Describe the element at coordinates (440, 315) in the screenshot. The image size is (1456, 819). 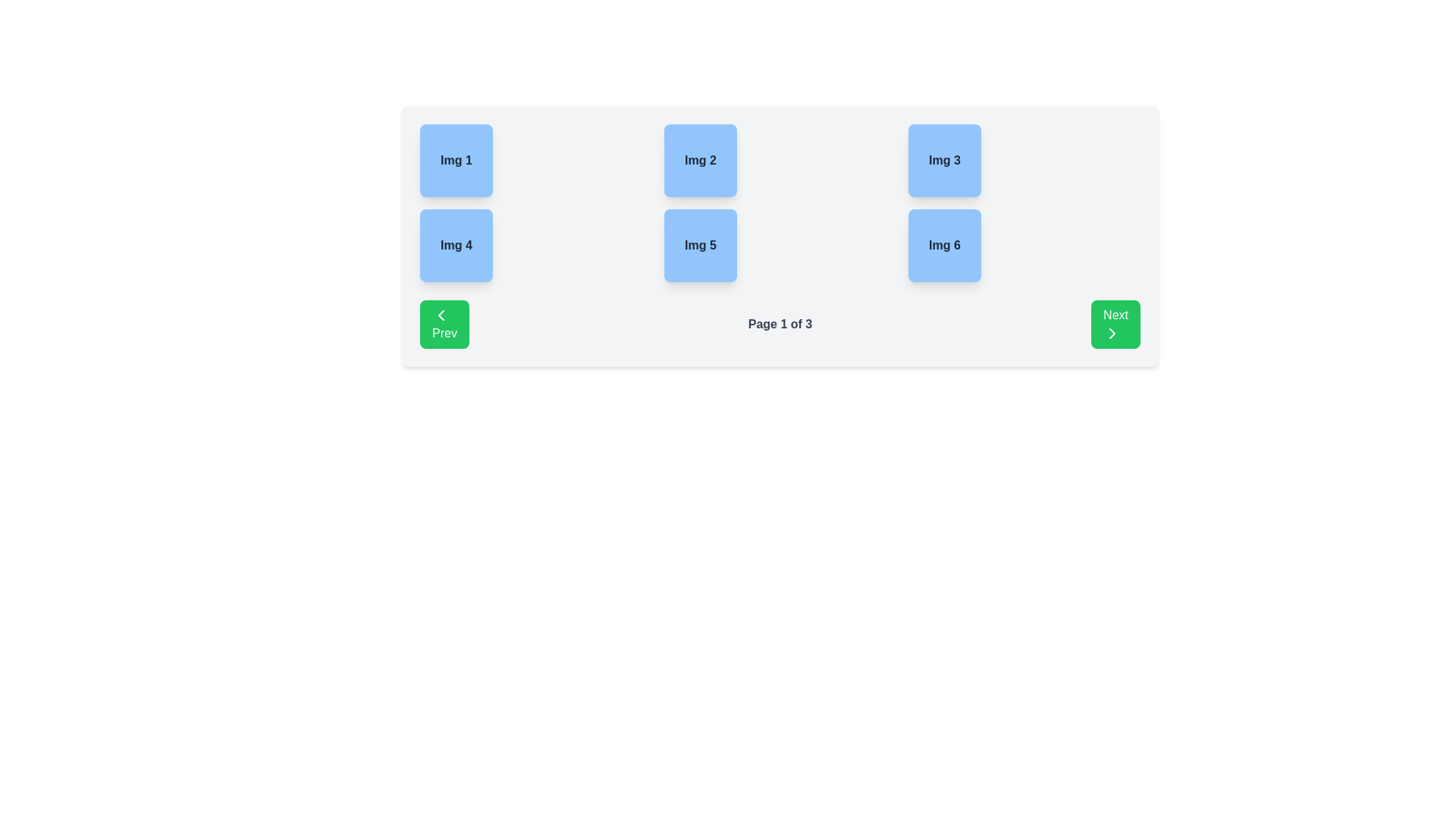
I see `the left arrow icon with a green background, which is part of the 'Prev' button located at the bottom left corner of the interface` at that location.